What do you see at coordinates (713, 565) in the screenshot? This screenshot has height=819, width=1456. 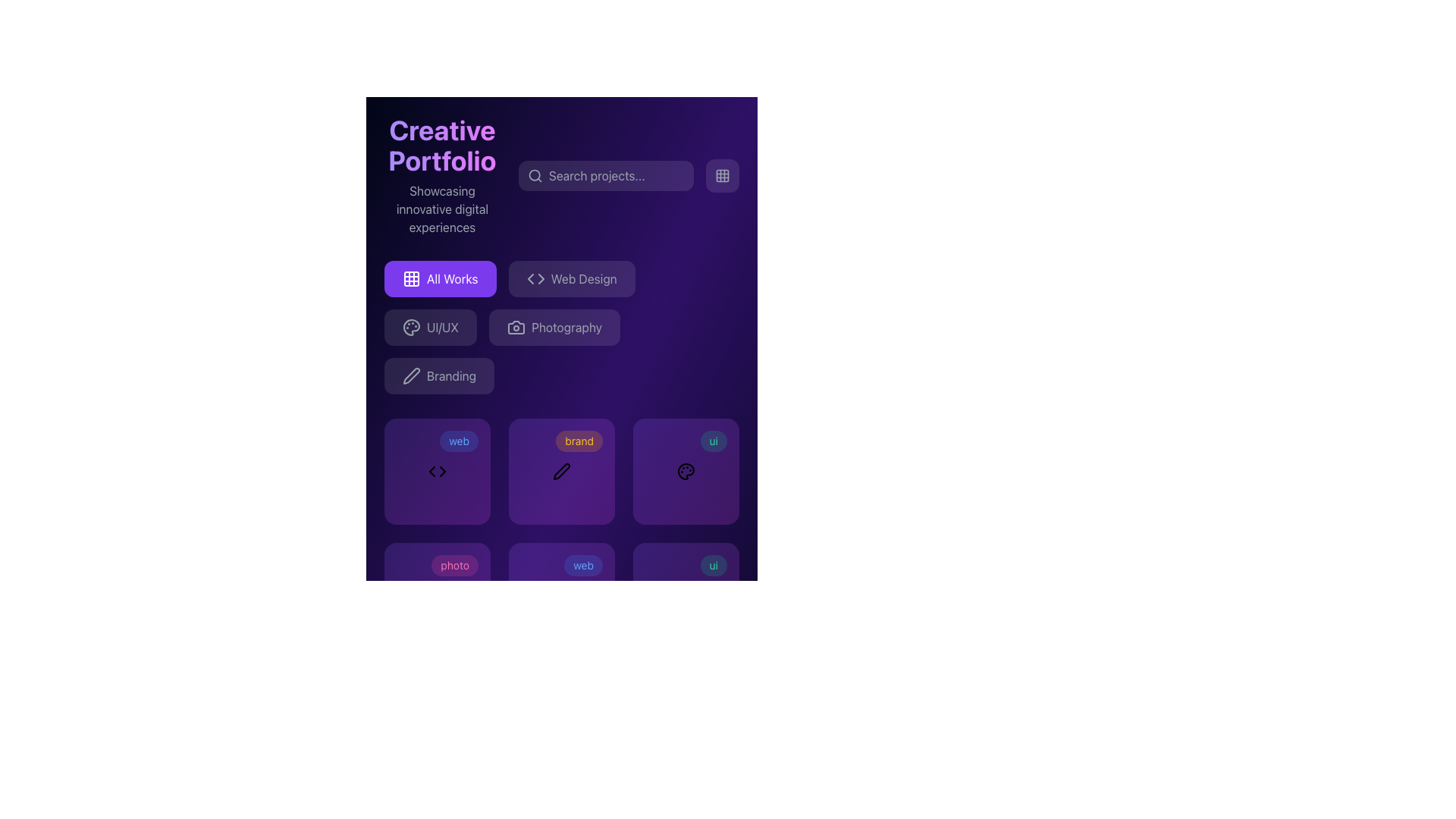 I see `the content of the badge located at the top-right corner of the purple card, which is the third card in the row of cards in the grid layout` at bounding box center [713, 565].